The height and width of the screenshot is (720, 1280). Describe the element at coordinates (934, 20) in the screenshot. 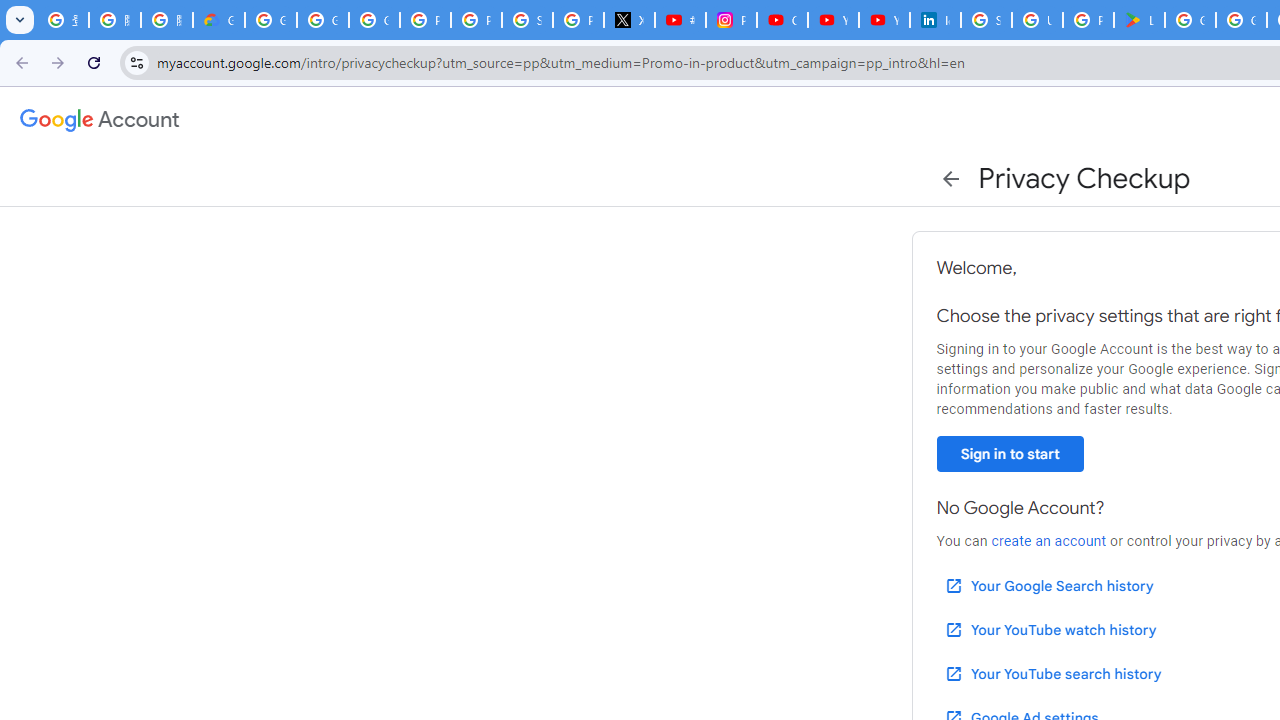

I see `'Identity verification via Persona | LinkedIn Help'` at that location.